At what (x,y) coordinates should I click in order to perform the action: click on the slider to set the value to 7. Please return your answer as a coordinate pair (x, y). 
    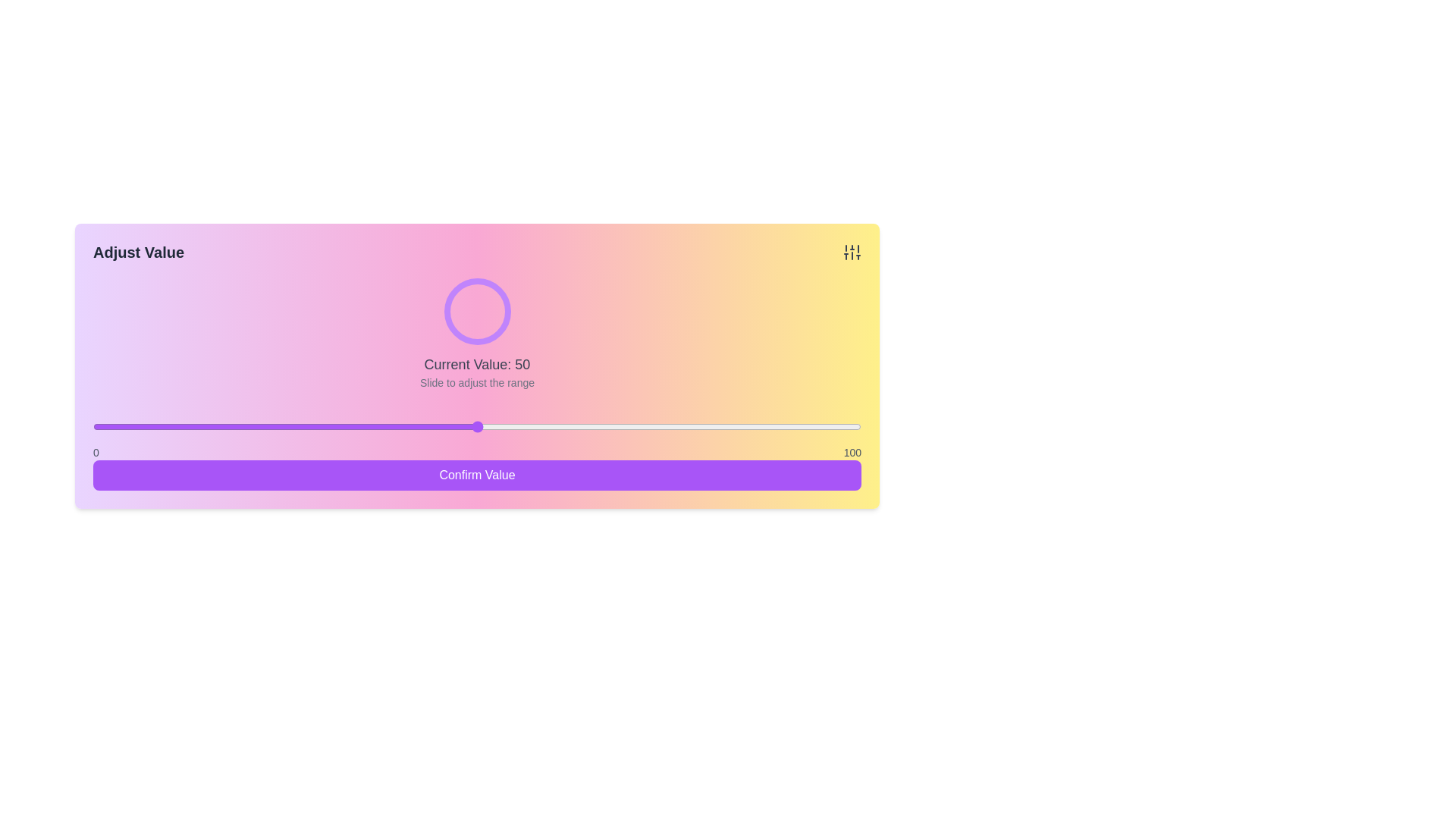
    Looking at the image, I should click on (146, 427).